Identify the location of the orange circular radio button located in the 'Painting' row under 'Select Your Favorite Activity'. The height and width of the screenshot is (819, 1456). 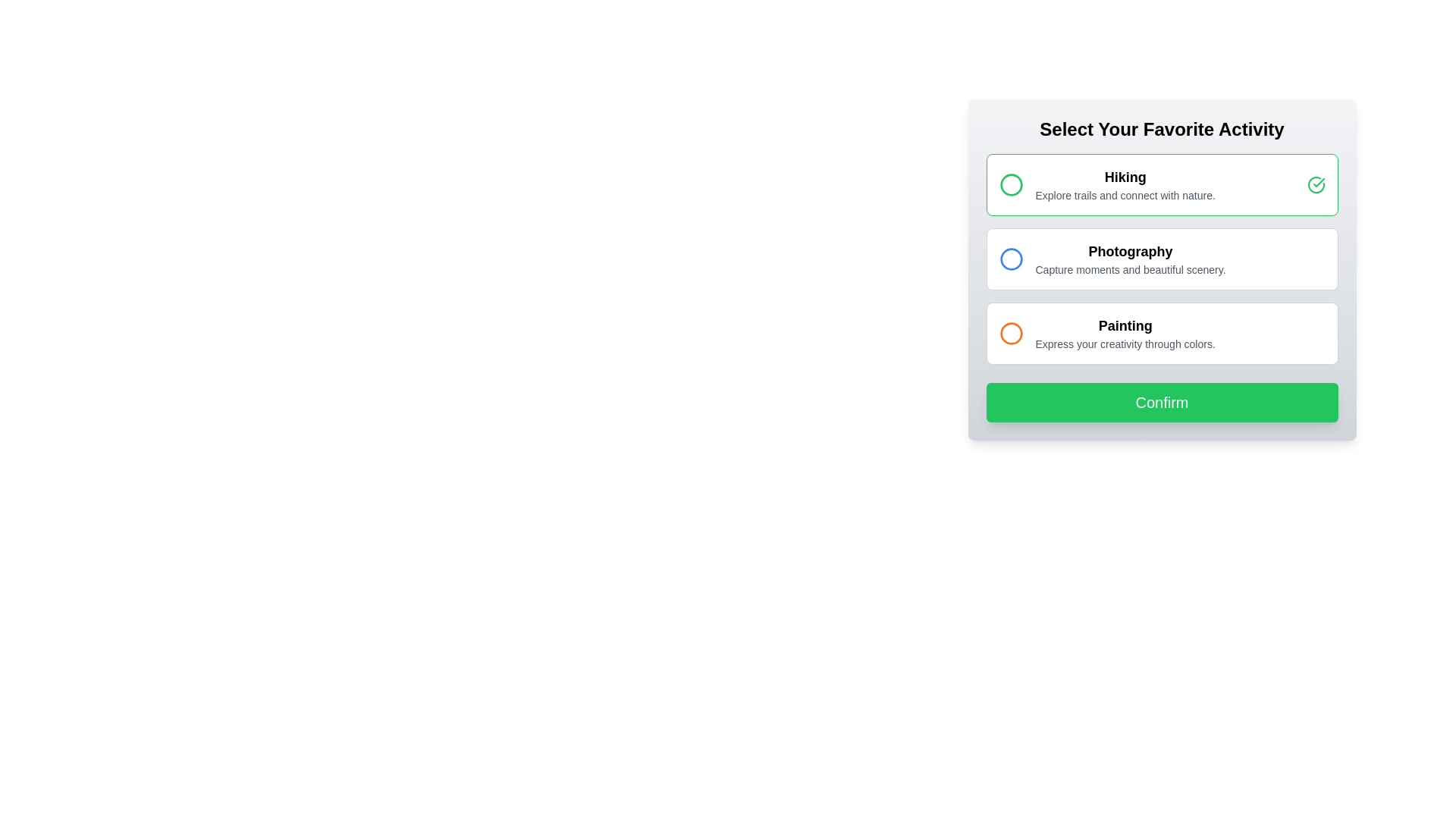
(1011, 332).